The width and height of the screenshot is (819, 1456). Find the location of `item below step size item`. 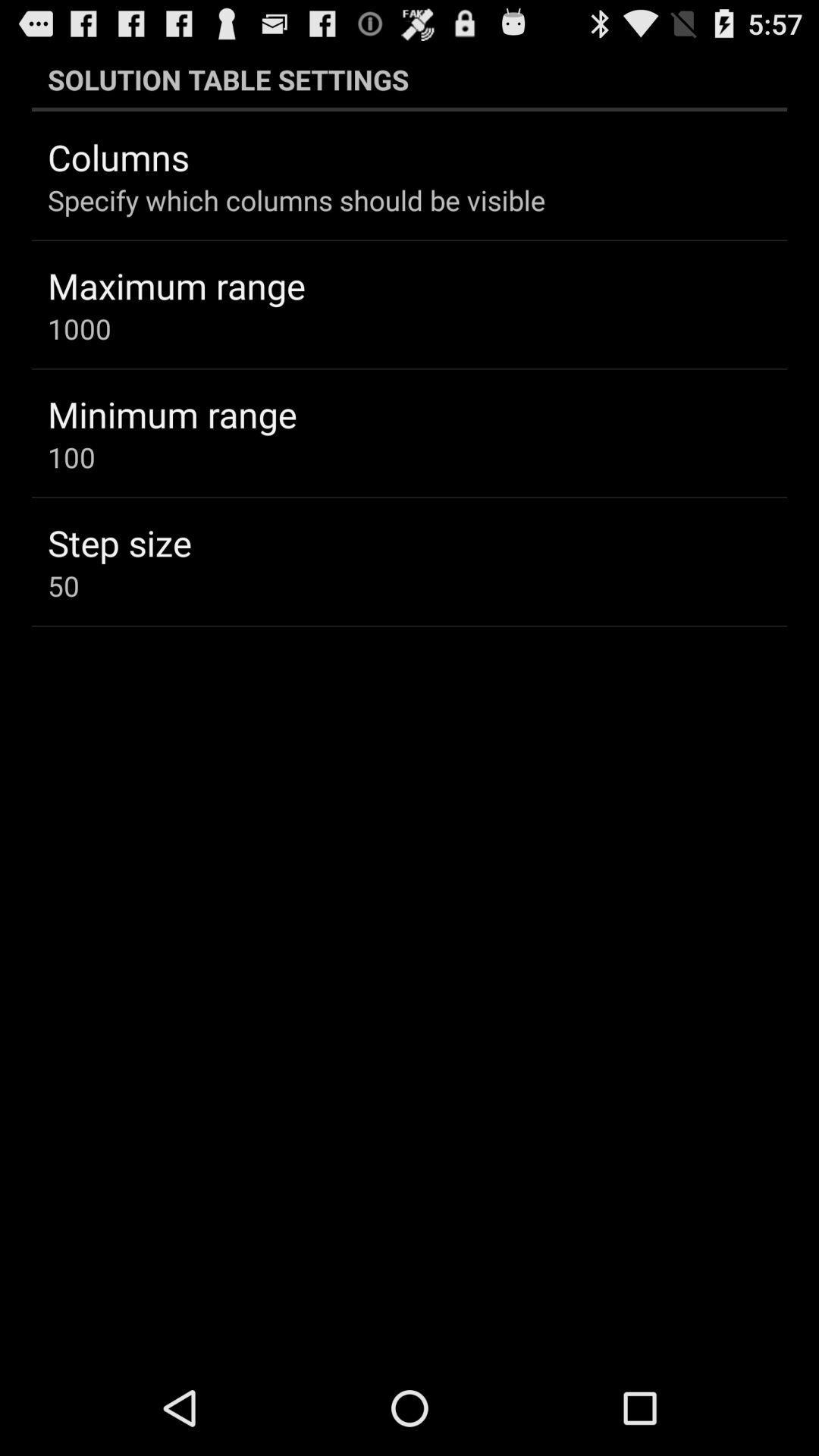

item below step size item is located at coordinates (63, 585).